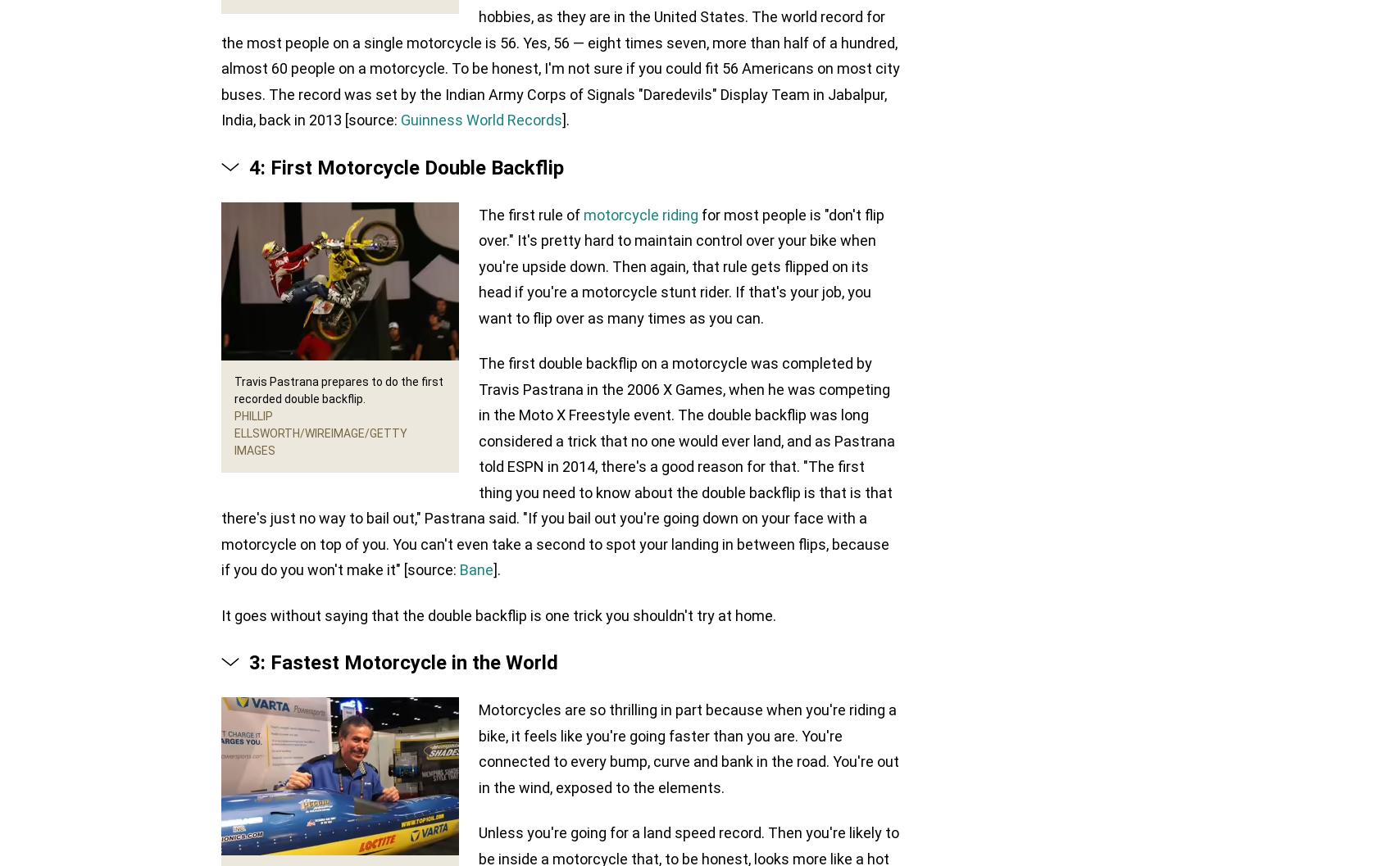 The width and height of the screenshot is (1400, 866). I want to click on 'Motorcycles are so thrilling in part because when you're riding a bike, it feels like you're going faster than you are. You're connected to every bump, curve and bank in the road. You're out in the wind, exposed to the elements.', so click(689, 748).